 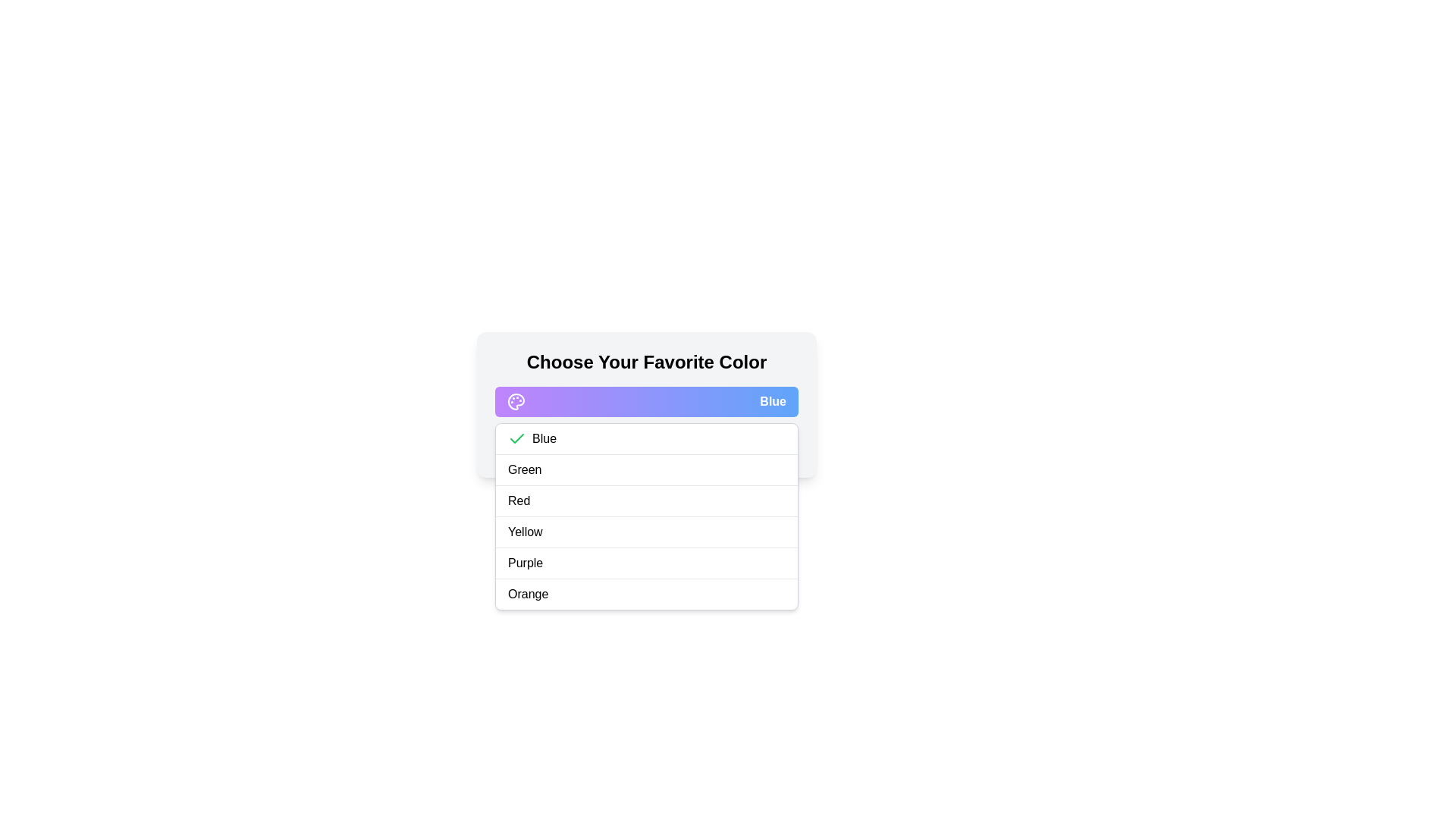 I want to click on the bottom-left to top-right diagonal line of the 'X' icon, which indicates the action to close or remove associated content in the dropdown menu, so click(x=598, y=444).